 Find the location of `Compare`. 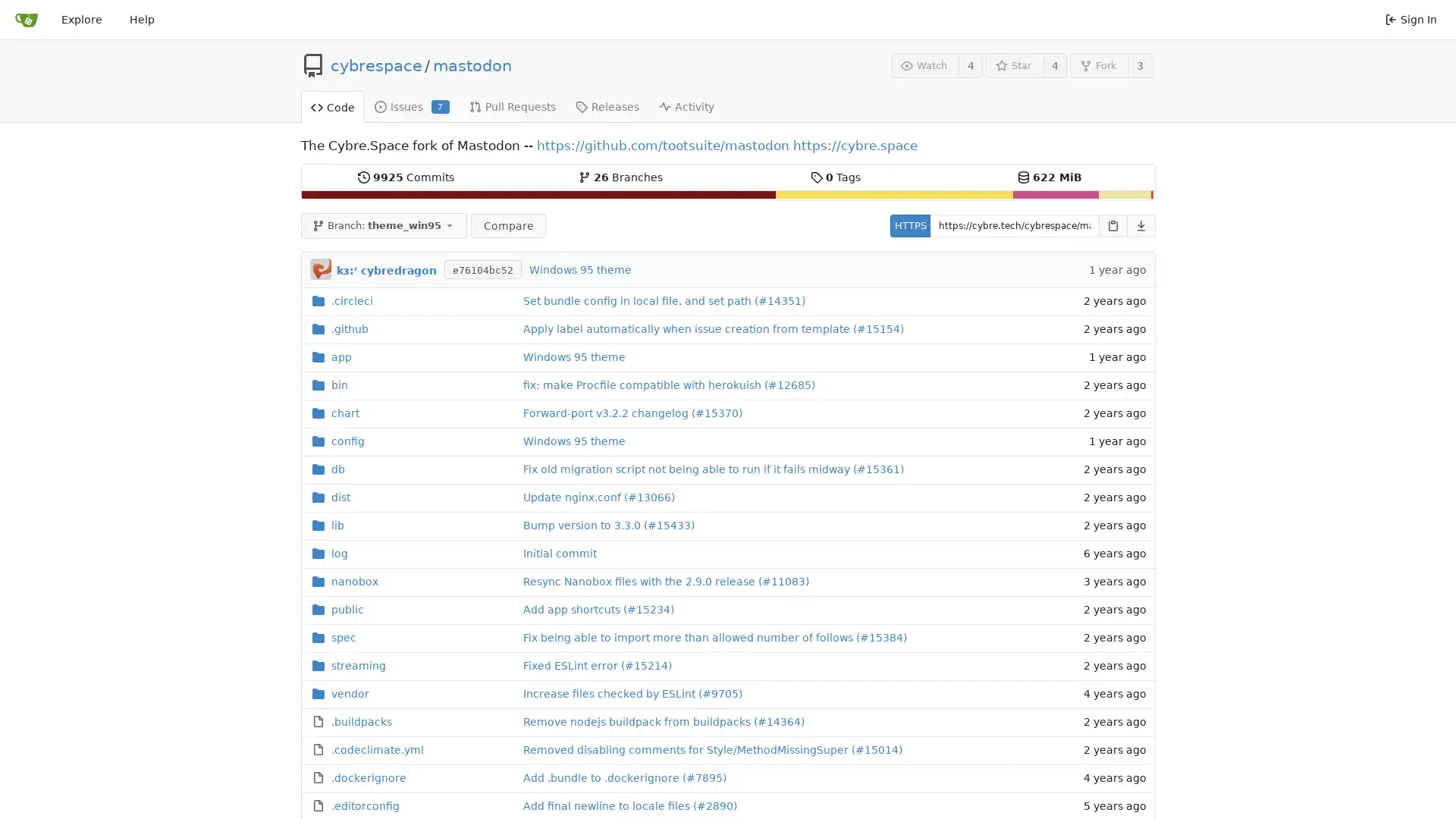

Compare is located at coordinates (508, 225).